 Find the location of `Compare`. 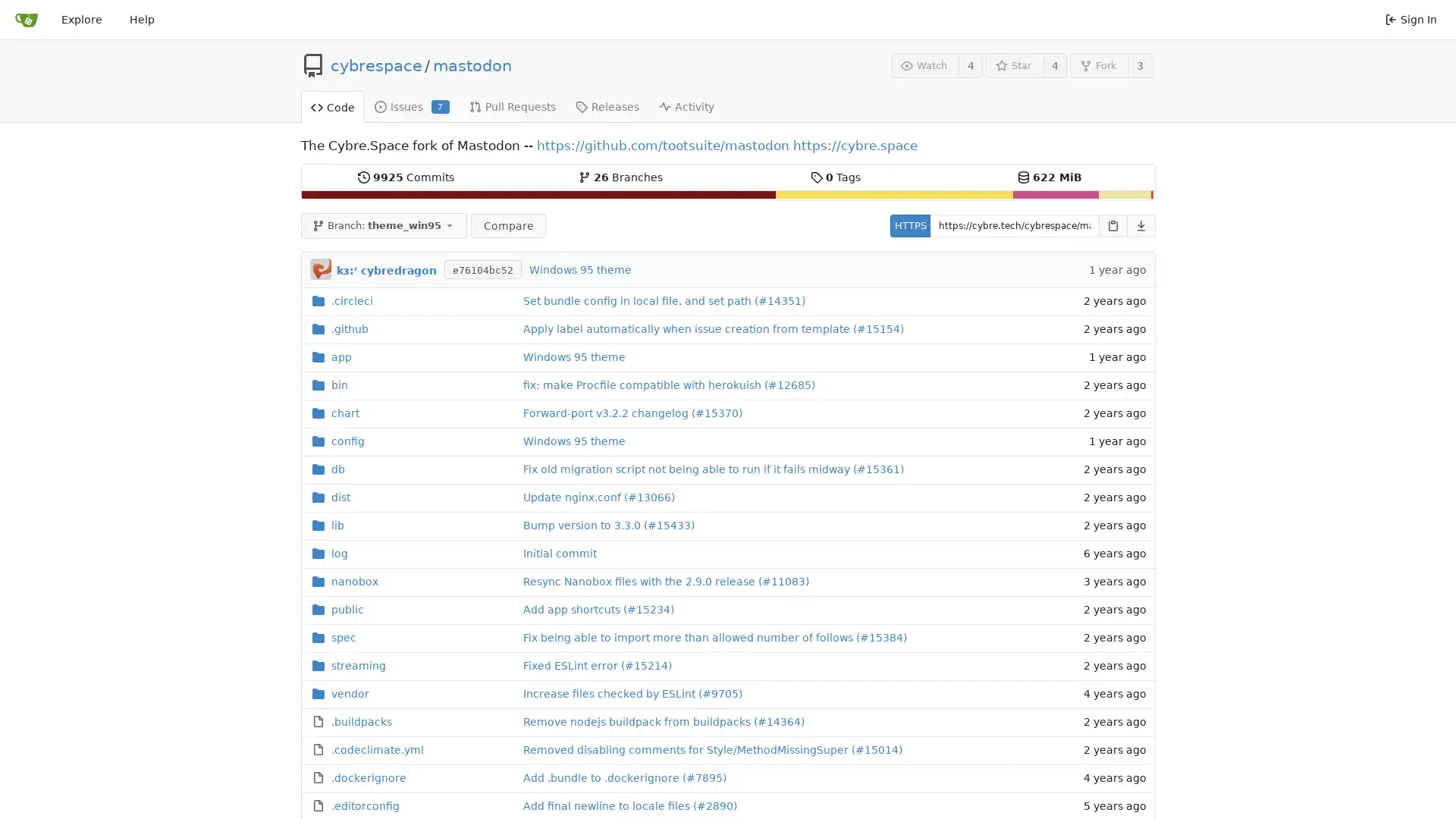

Compare is located at coordinates (508, 225).